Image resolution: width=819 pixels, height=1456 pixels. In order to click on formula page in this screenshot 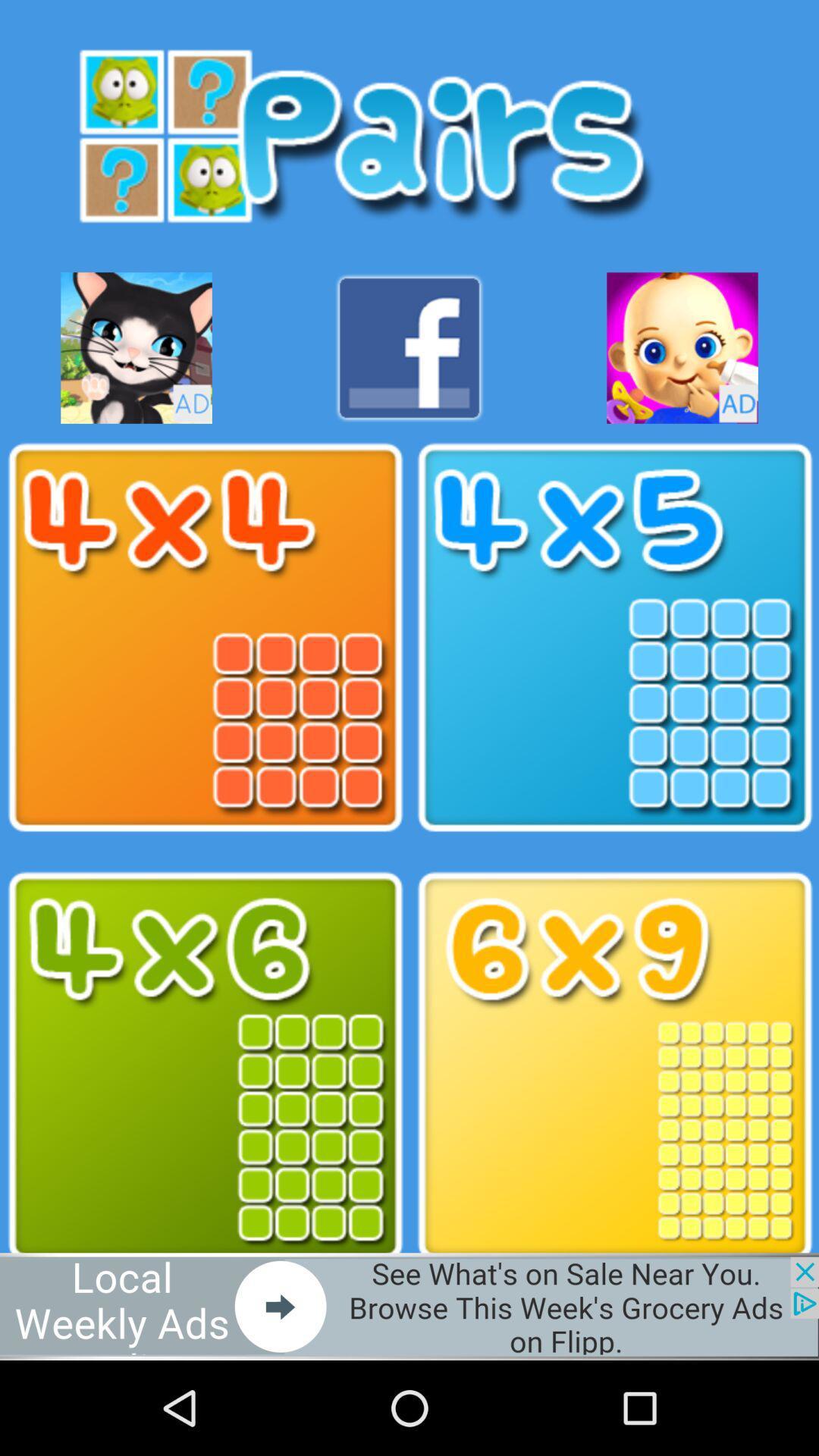, I will do `click(205, 1065)`.